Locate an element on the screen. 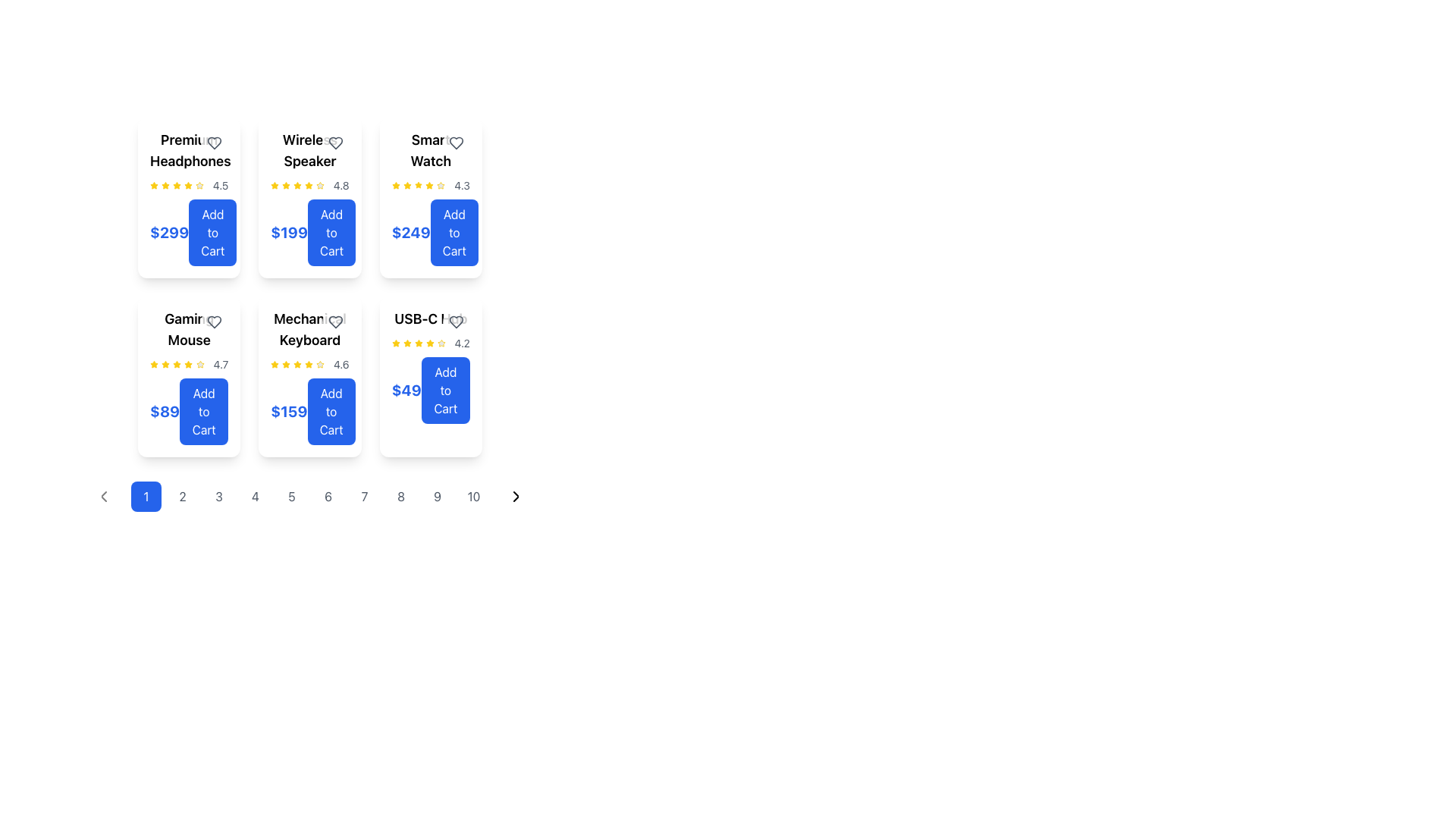  the 'Add to Cart' button located at the bottom section of the fourth card in the top row of the 'Smart Watch' product grid to trigger hover effects is located at coordinates (430, 233).